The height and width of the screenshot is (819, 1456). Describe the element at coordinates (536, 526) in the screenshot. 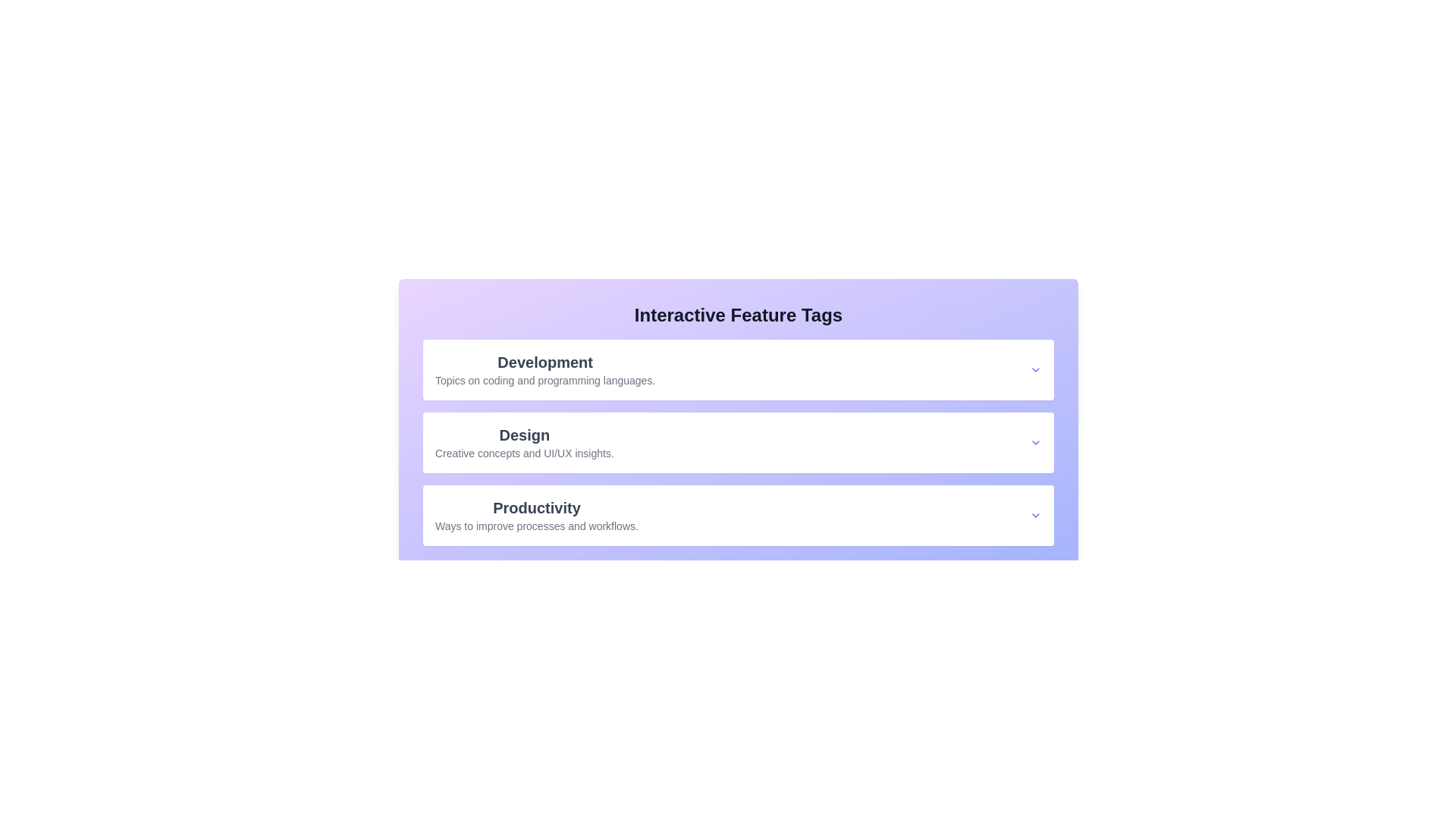

I see `descriptive text that serves as a subtitle below the 'Productivity' header, providing additional context` at that location.